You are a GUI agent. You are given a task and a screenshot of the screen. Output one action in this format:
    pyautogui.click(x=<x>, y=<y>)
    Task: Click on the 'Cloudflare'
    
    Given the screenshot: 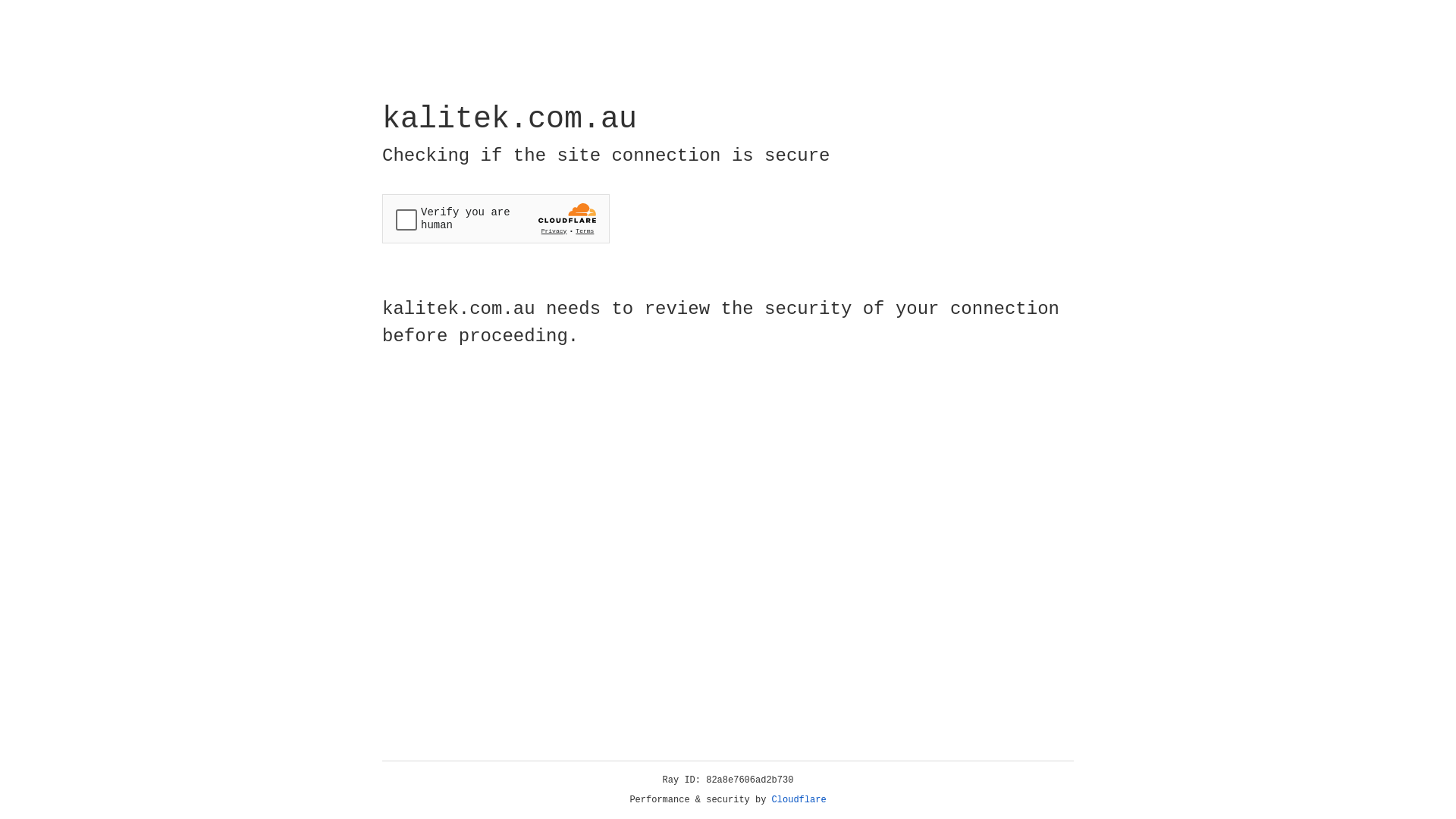 What is the action you would take?
    pyautogui.click(x=799, y=799)
    